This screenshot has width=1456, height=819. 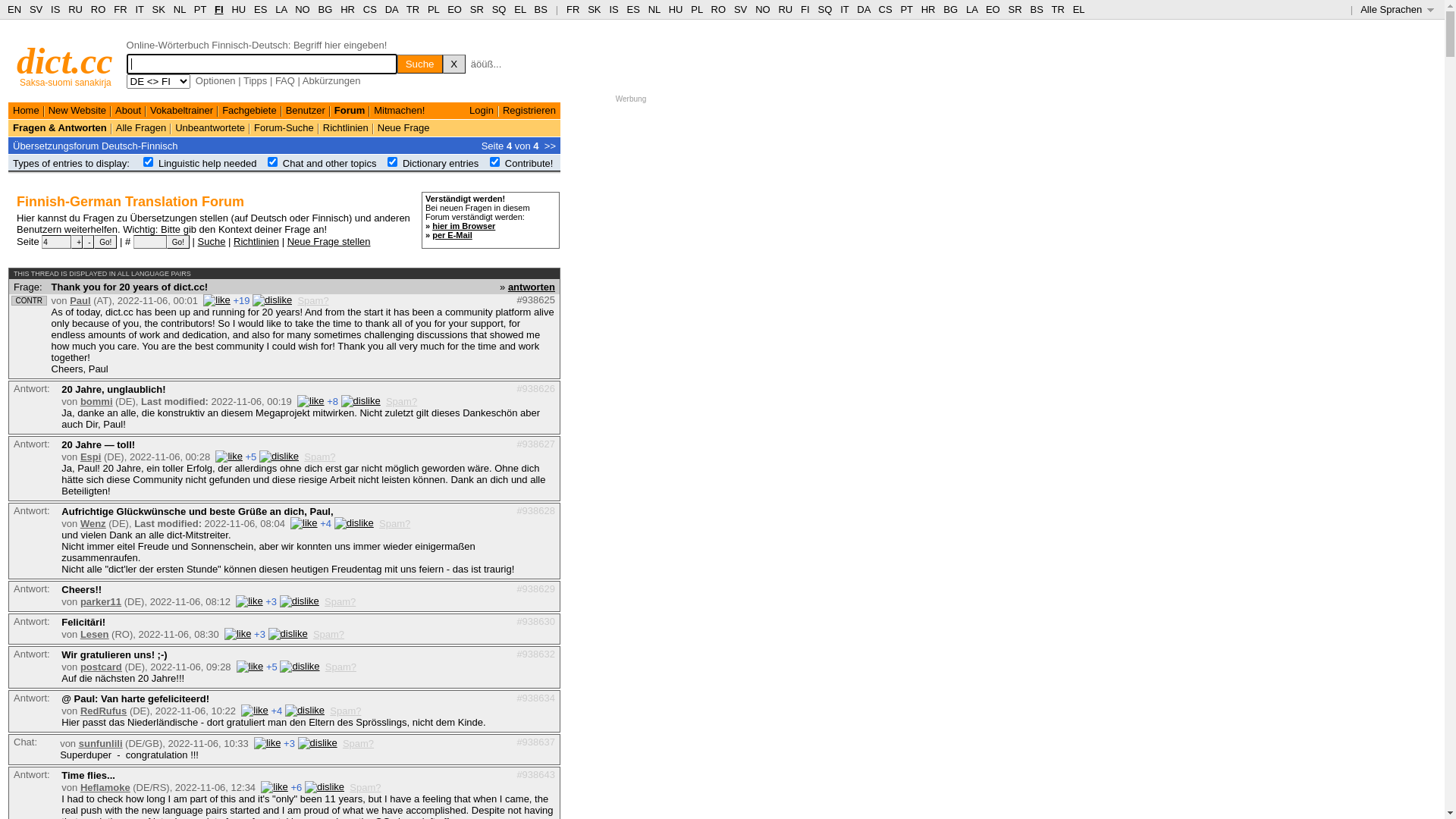 I want to click on 'antworten', so click(x=531, y=286).